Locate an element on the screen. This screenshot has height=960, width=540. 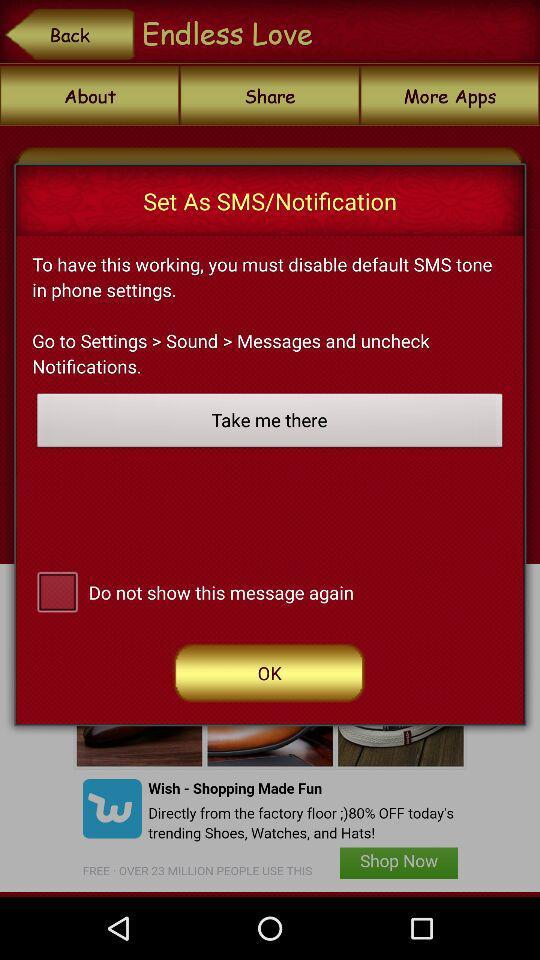
click the check box is located at coordinates (57, 591).